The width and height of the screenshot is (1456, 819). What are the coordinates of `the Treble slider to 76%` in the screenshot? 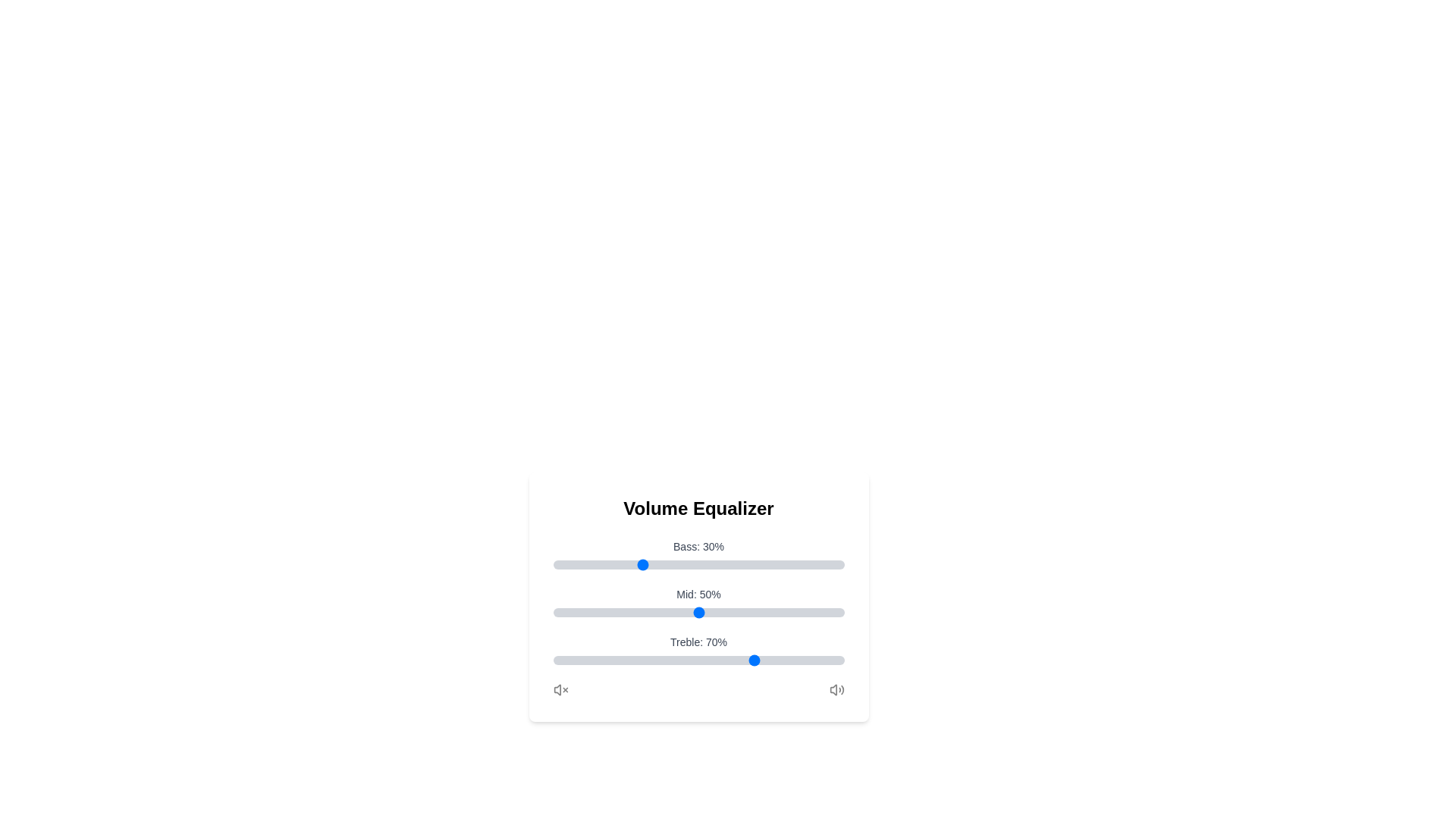 It's located at (774, 660).